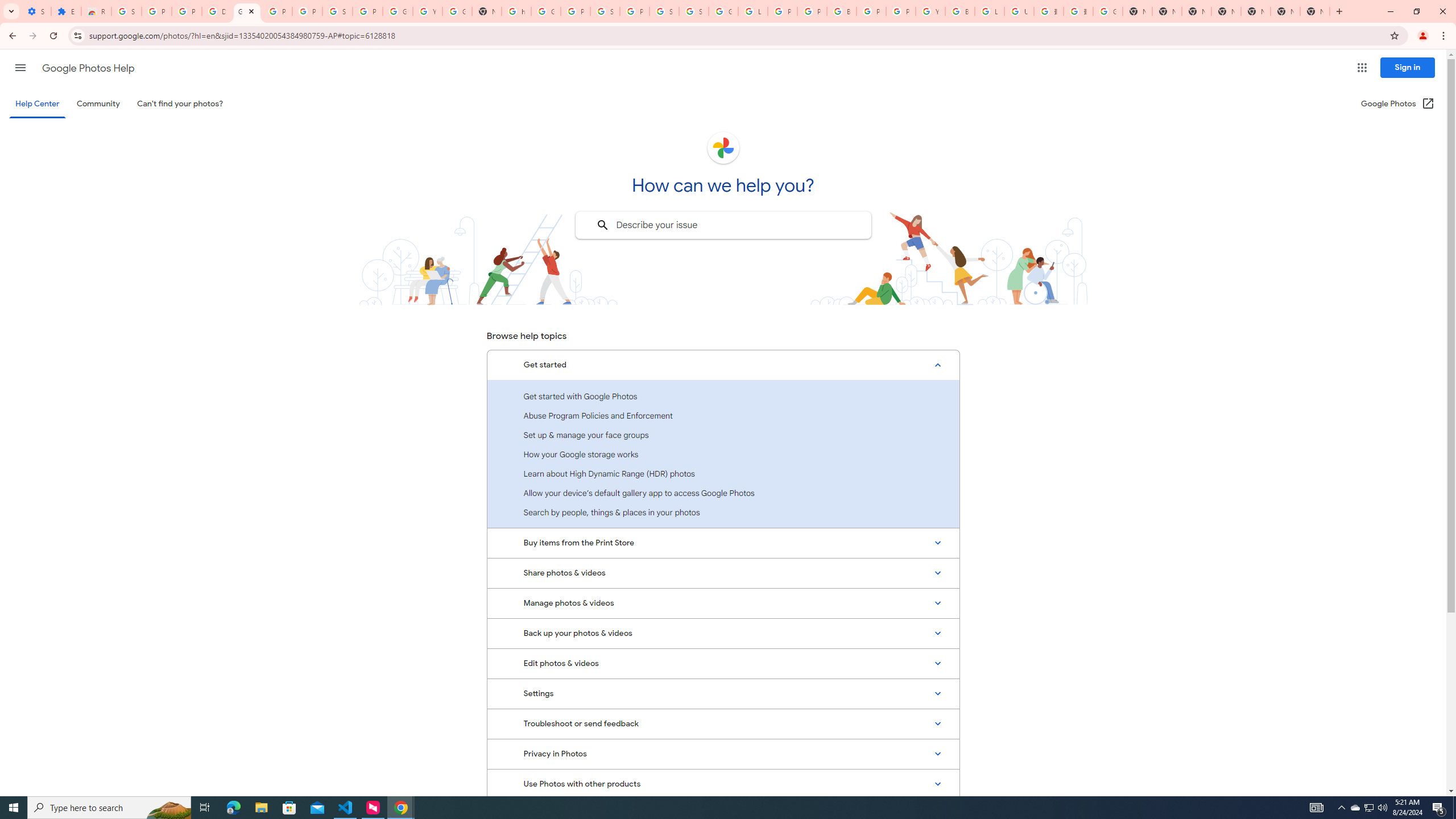 The width and height of the screenshot is (1456, 819). What do you see at coordinates (723, 454) in the screenshot?
I see `'How your Google storage works'` at bounding box center [723, 454].